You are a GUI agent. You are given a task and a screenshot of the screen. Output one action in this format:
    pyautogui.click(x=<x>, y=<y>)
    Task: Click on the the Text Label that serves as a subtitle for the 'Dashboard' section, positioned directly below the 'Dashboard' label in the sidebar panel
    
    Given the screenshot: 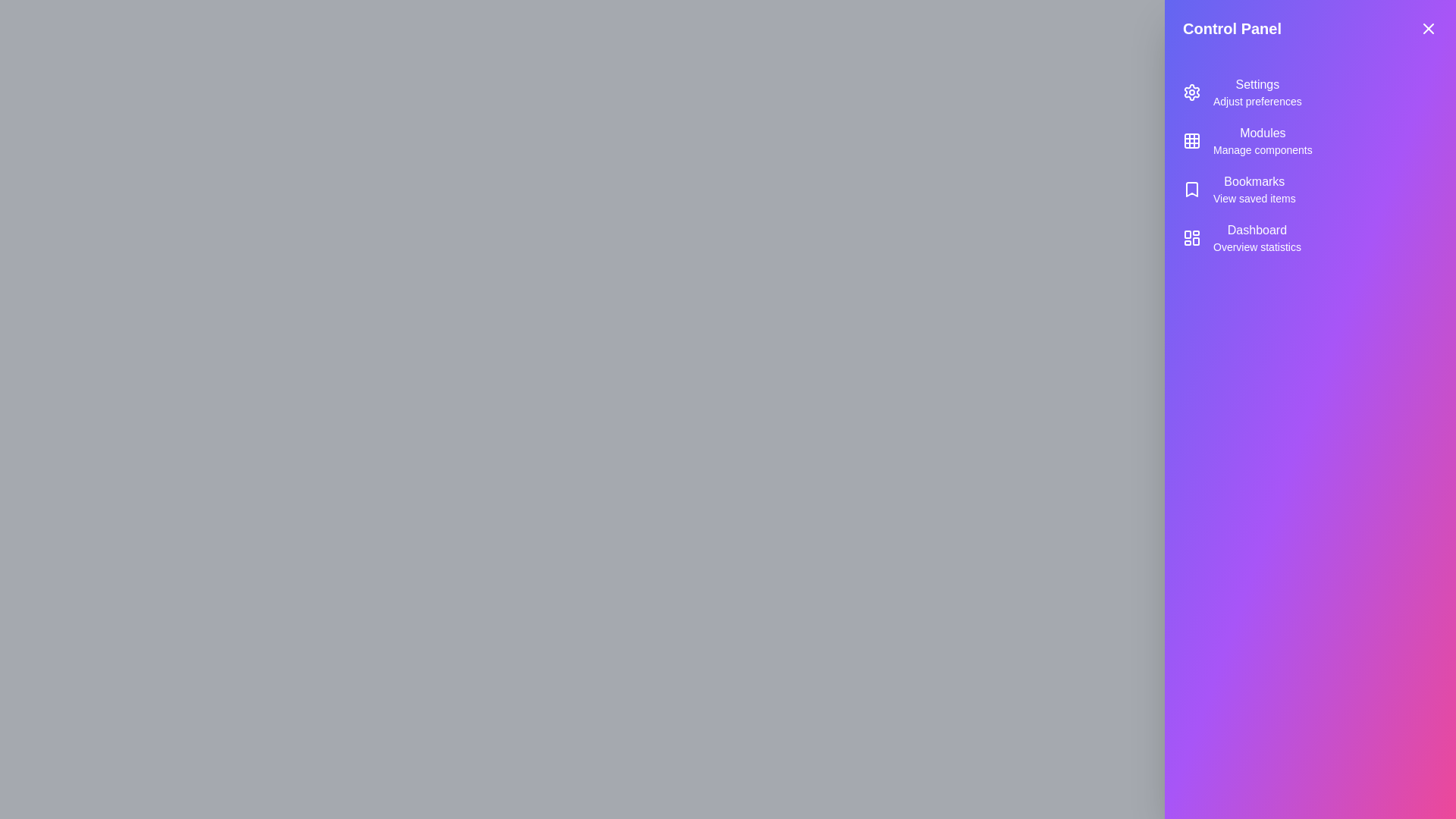 What is the action you would take?
    pyautogui.click(x=1257, y=246)
    